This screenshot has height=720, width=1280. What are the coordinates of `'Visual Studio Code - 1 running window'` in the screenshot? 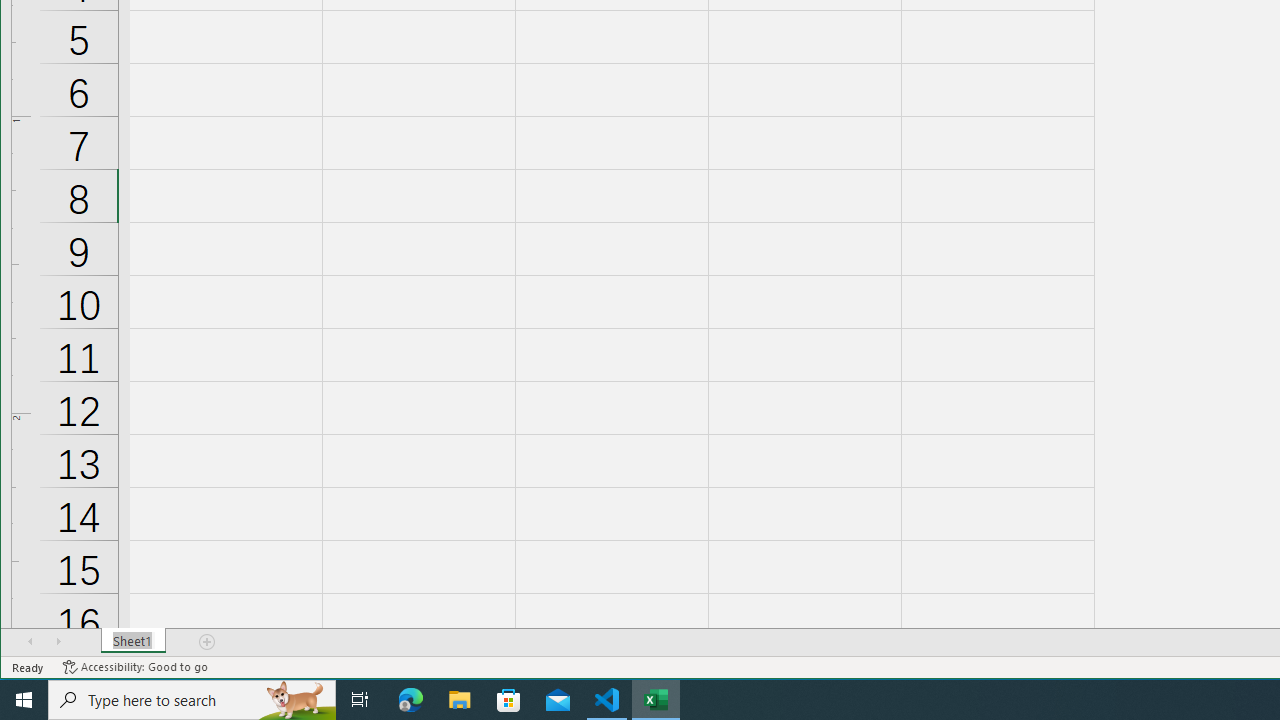 It's located at (606, 698).